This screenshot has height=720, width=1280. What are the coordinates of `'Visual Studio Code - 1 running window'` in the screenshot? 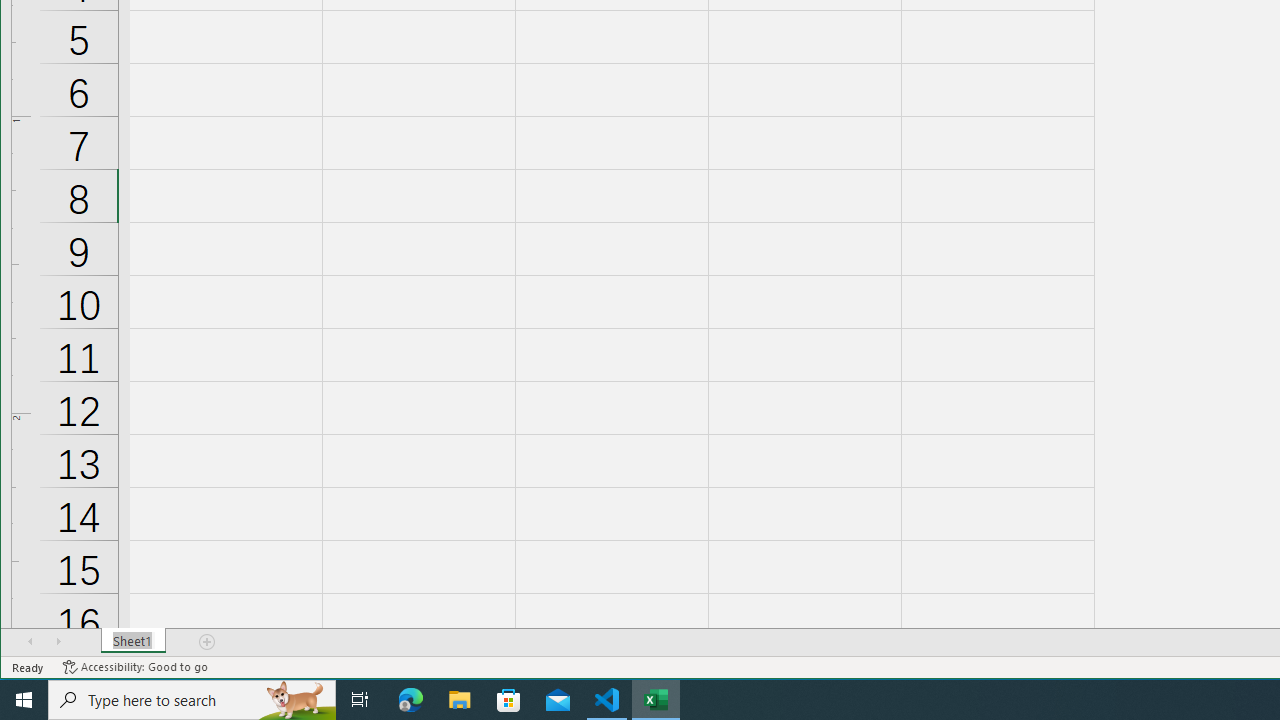 It's located at (606, 698).